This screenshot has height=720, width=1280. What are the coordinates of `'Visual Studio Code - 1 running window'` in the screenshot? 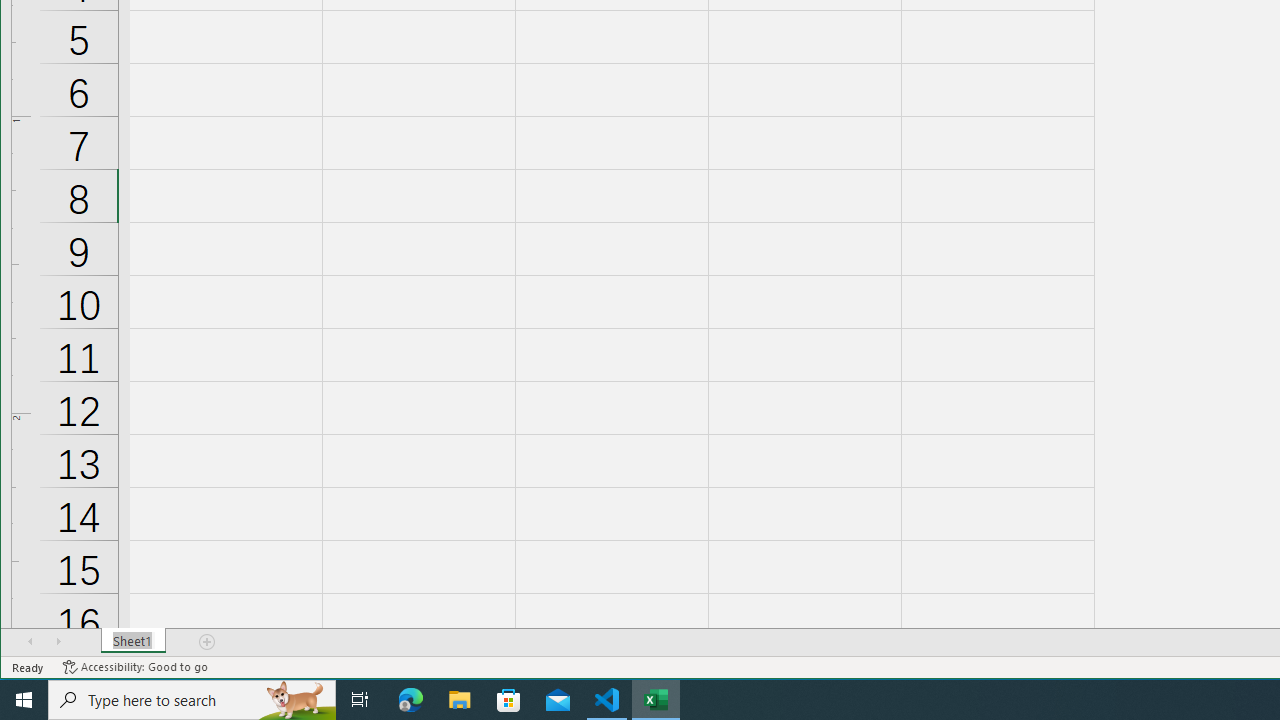 It's located at (606, 698).